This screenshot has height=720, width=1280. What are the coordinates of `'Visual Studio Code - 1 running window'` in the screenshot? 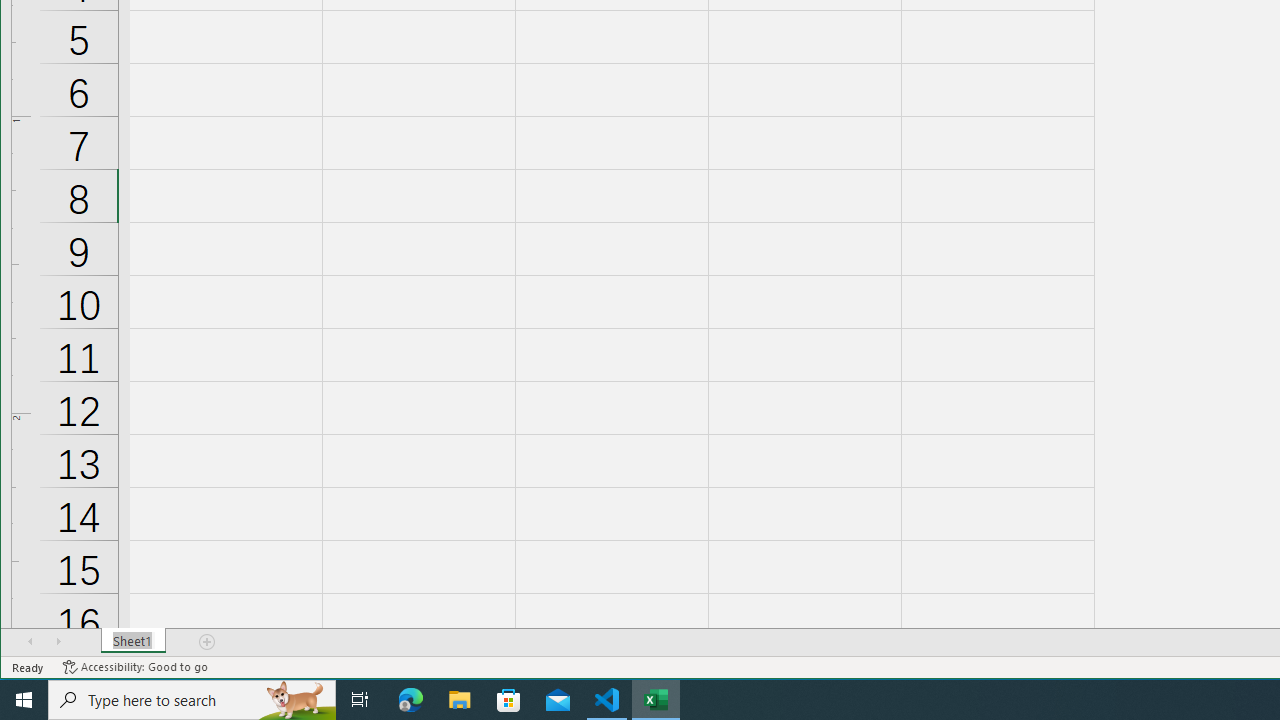 It's located at (606, 698).